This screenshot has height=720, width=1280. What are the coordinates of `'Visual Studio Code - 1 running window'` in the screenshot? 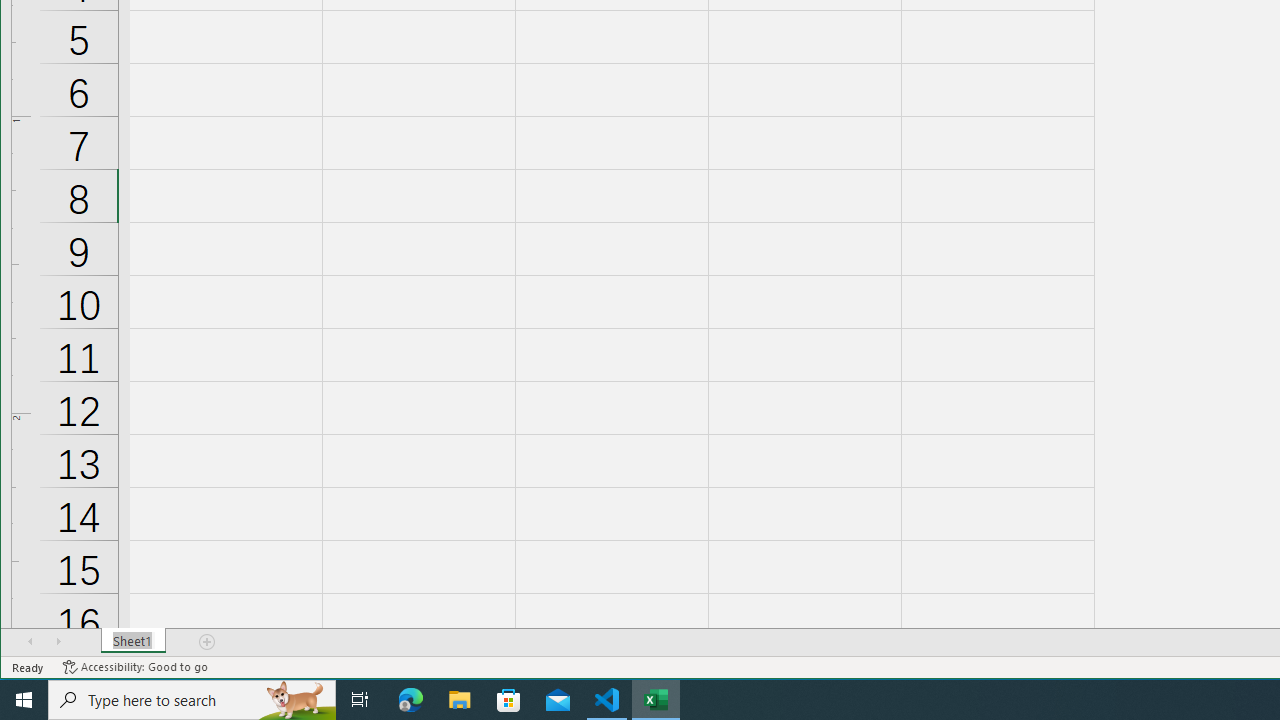 It's located at (606, 698).